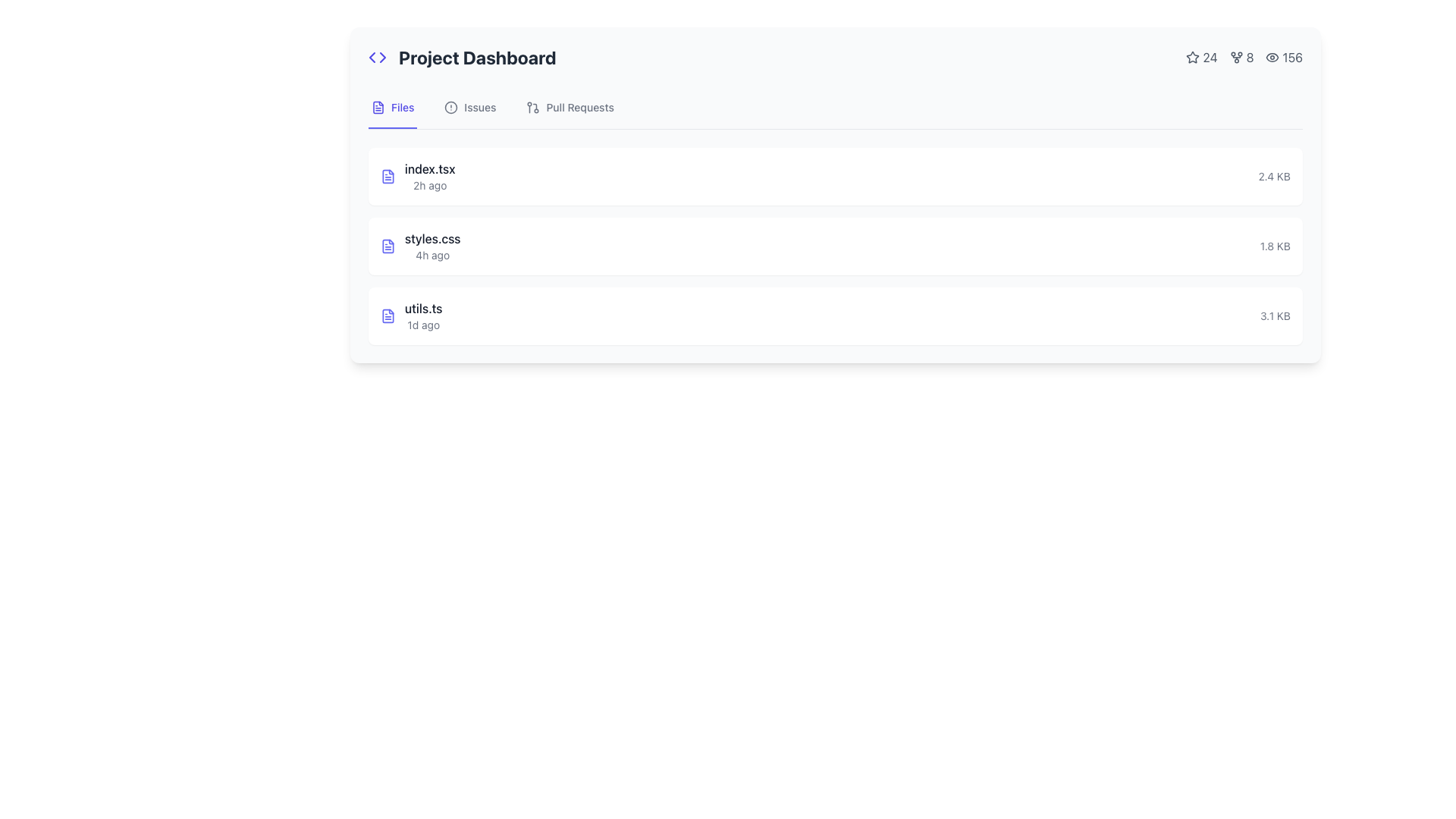 The width and height of the screenshot is (1456, 819). I want to click on the text label displaying '2h ago', which is styled in a smaller gray font and located below the 'index.tsx' text in the dashboard layout, so click(429, 185).